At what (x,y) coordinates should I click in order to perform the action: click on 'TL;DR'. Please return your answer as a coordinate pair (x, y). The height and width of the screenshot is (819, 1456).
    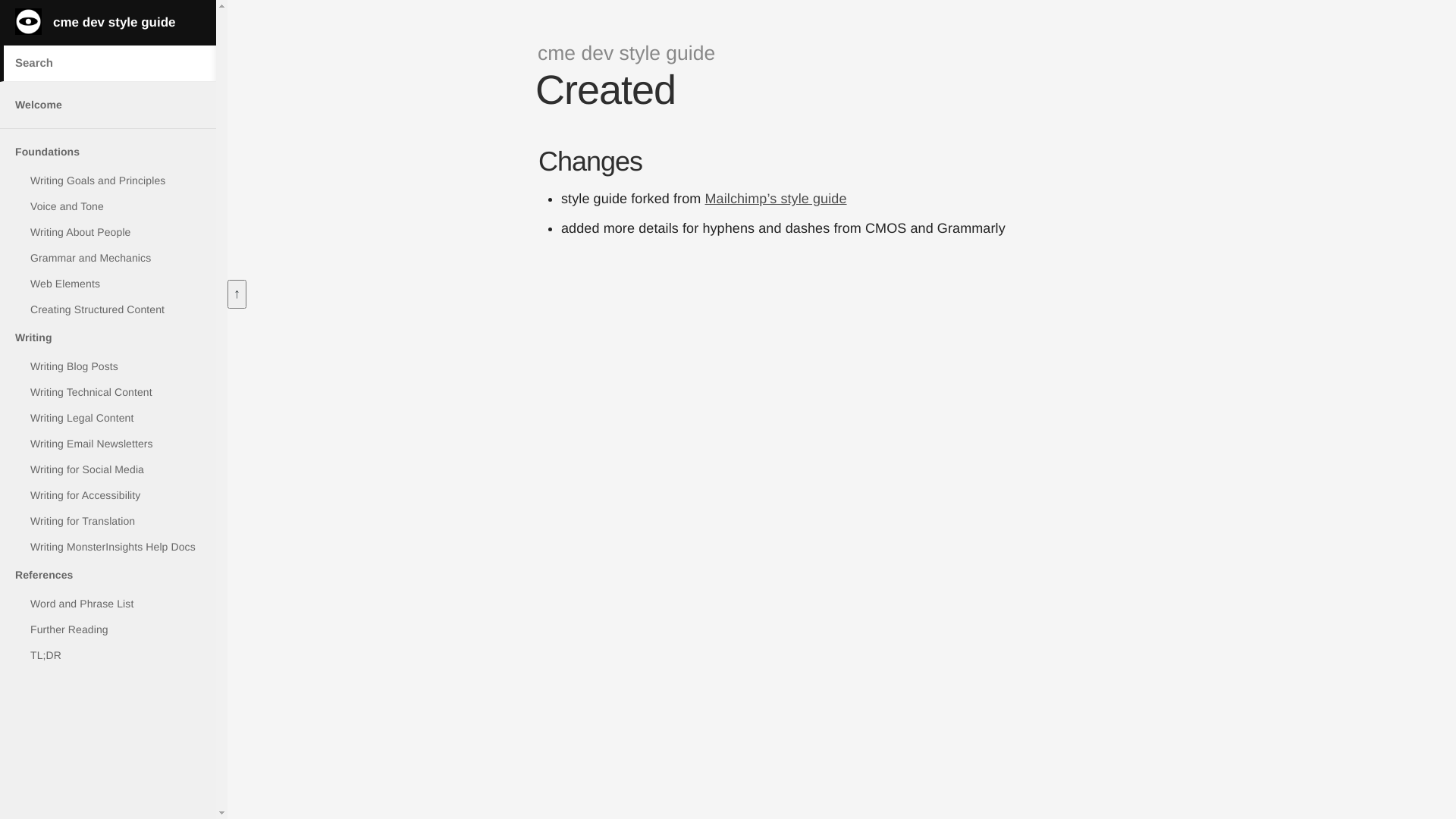
    Looking at the image, I should click on (107, 654).